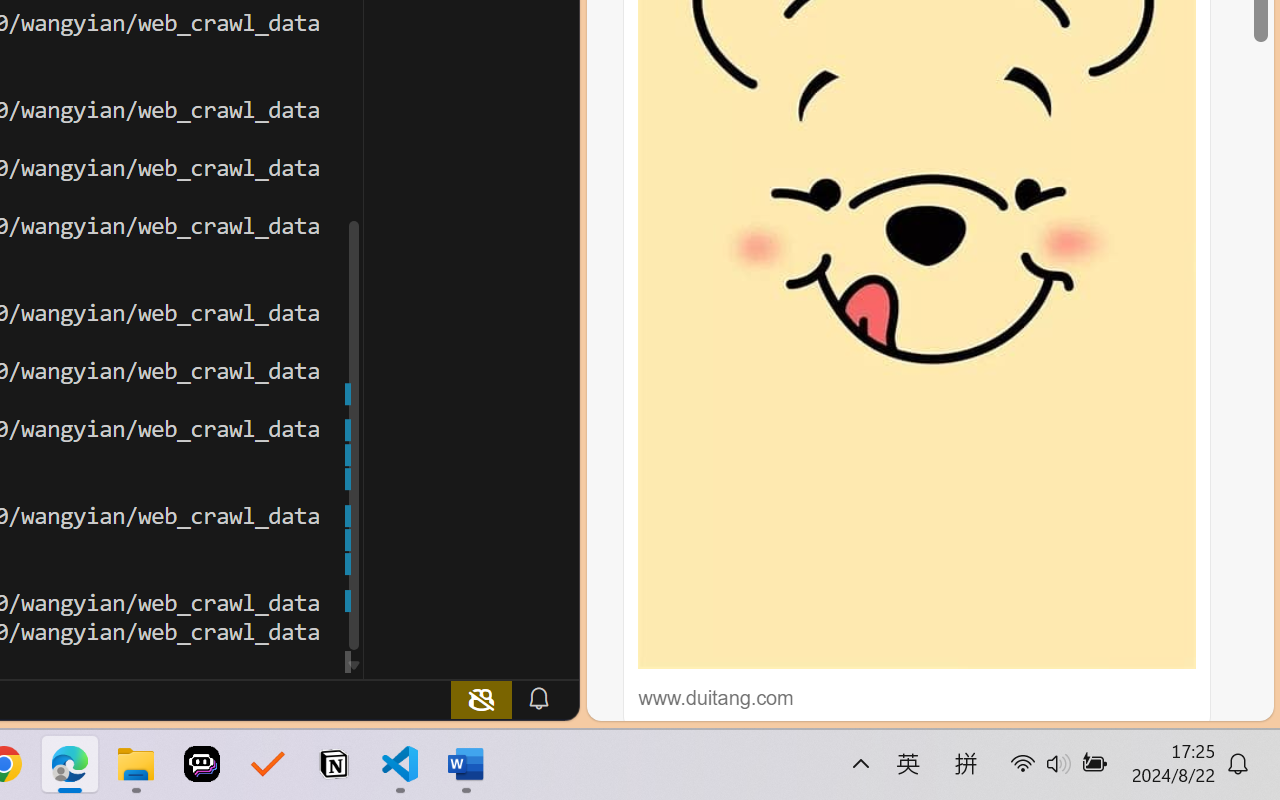 This screenshot has height=800, width=1280. What do you see at coordinates (481, 698) in the screenshot?
I see `'copilot-notconnected, Copilot error (click for details)'` at bounding box center [481, 698].